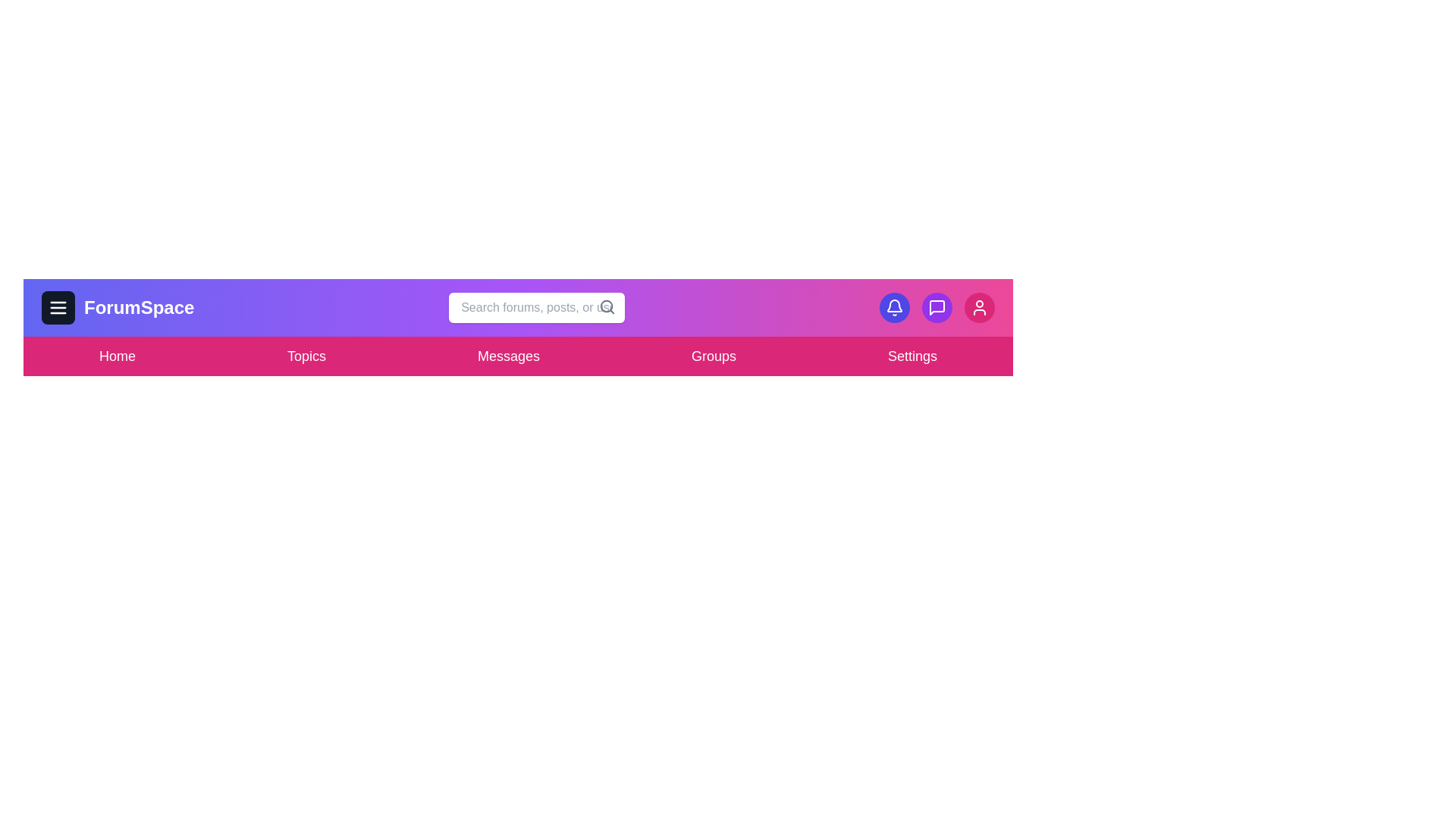 The image size is (1456, 819). Describe the element at coordinates (895, 307) in the screenshot. I see `the notification bell button to interact with notifications` at that location.